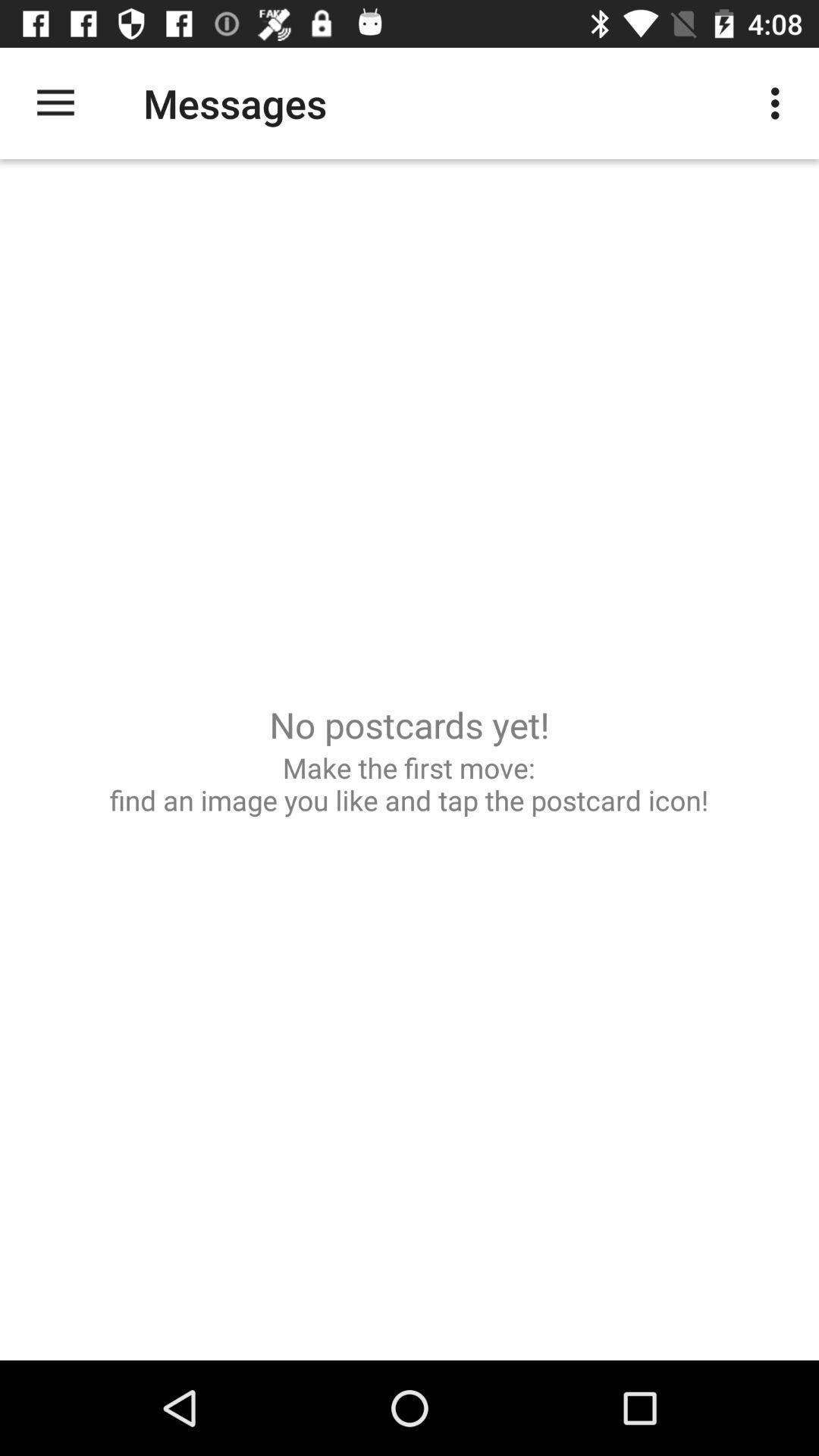 This screenshot has height=1456, width=819. Describe the element at coordinates (55, 102) in the screenshot. I see `icon above make the first icon` at that location.